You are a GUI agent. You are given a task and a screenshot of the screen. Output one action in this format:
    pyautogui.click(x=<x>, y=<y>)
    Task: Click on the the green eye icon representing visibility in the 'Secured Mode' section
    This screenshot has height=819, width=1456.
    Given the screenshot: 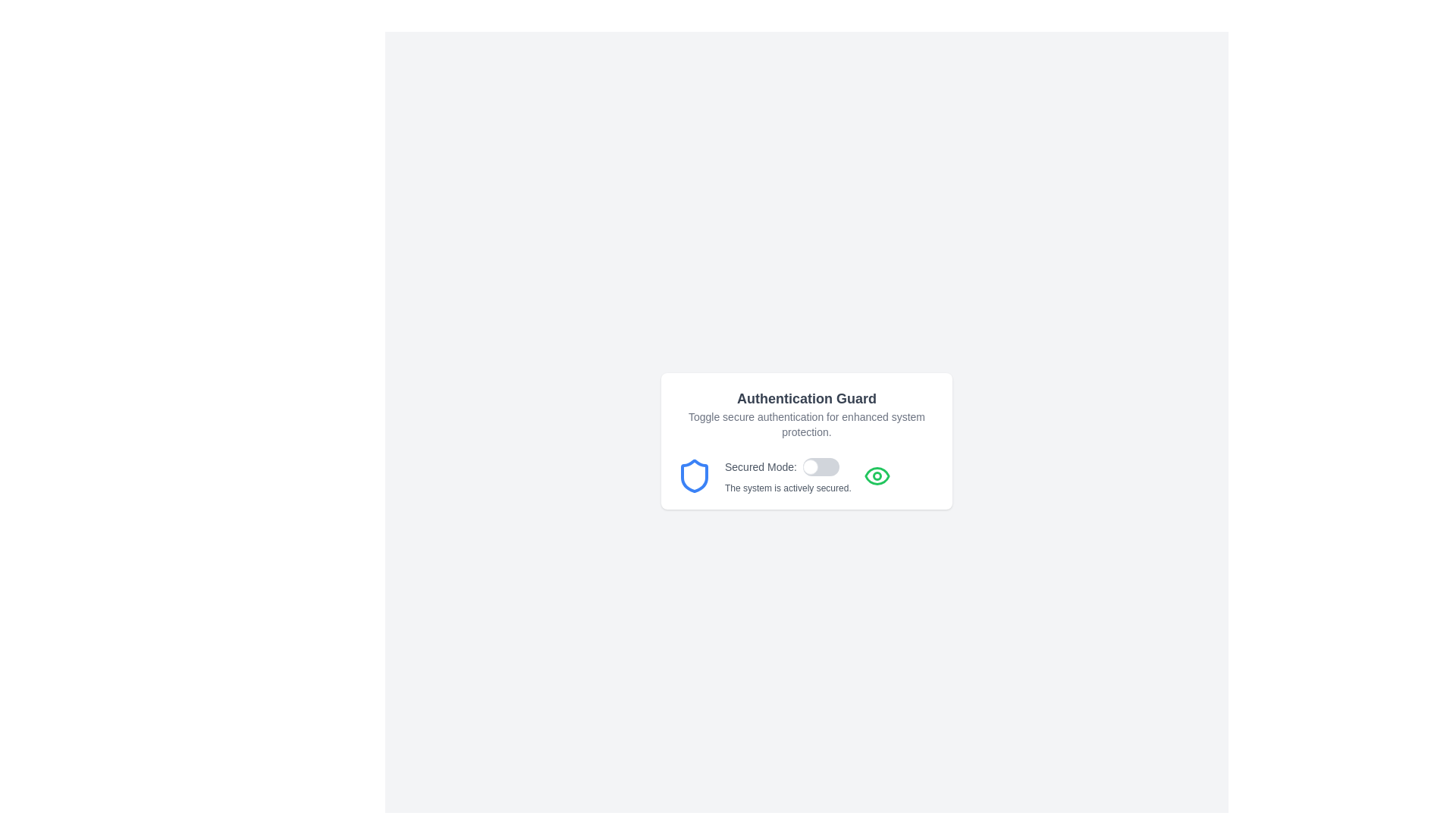 What is the action you would take?
    pyautogui.click(x=877, y=475)
    